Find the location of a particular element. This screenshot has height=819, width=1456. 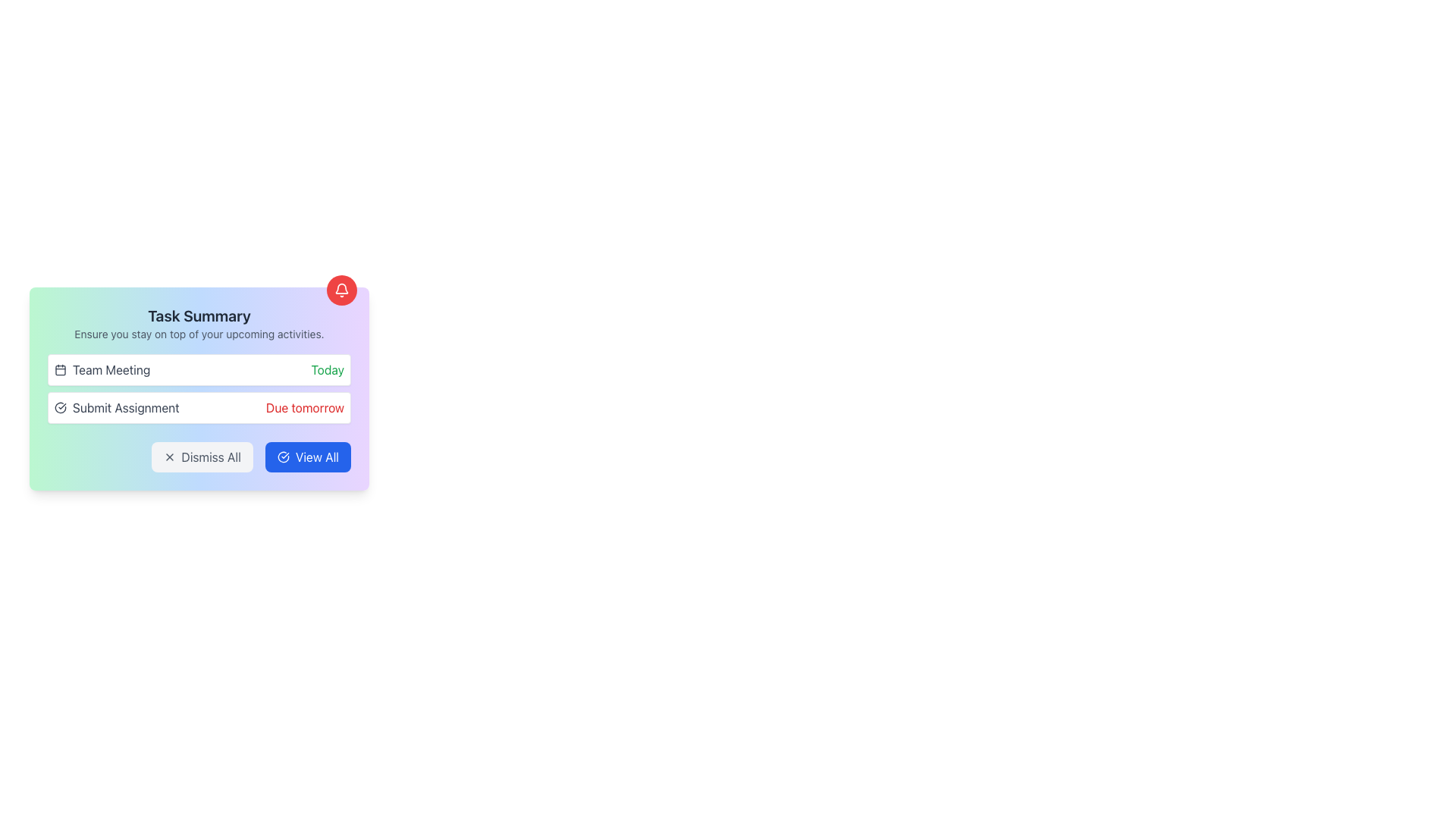

the dismiss button located in the bottom section of the card layout is located at coordinates (201, 456).